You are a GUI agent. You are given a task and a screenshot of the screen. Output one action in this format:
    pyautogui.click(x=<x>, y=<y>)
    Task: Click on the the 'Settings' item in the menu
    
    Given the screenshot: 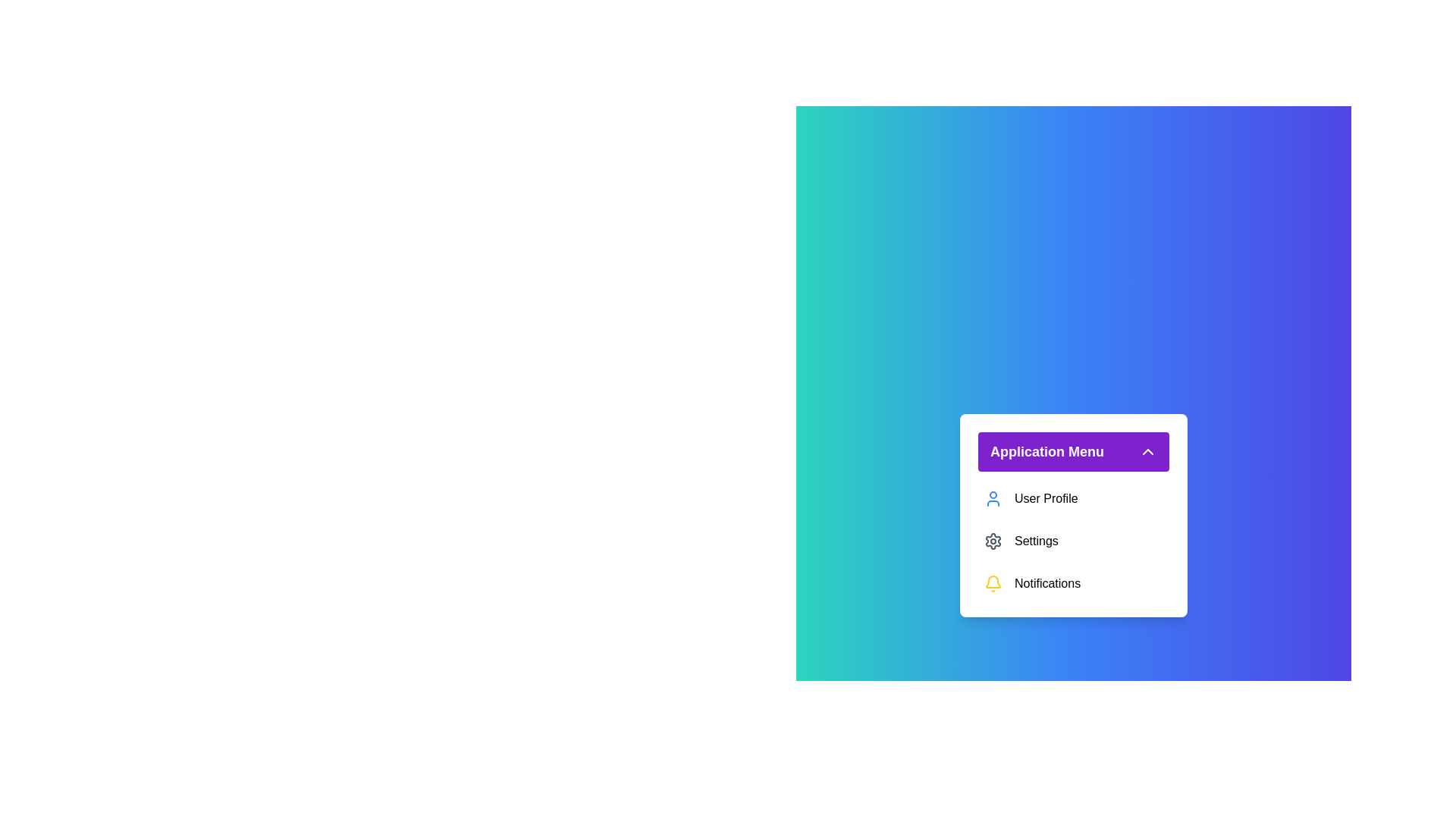 What is the action you would take?
    pyautogui.click(x=1073, y=540)
    